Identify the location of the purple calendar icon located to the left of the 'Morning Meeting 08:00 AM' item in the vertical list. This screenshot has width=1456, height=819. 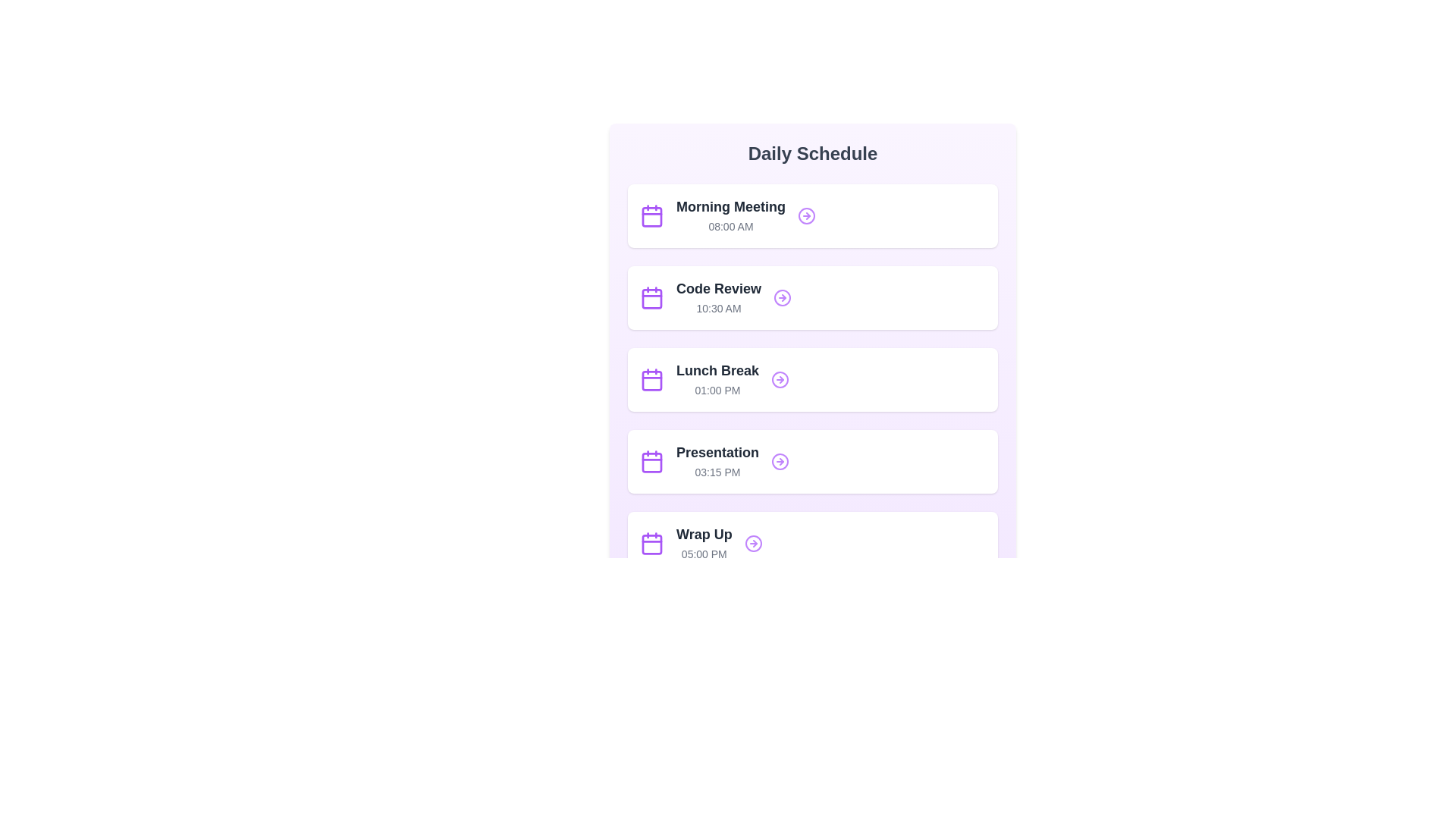
(651, 216).